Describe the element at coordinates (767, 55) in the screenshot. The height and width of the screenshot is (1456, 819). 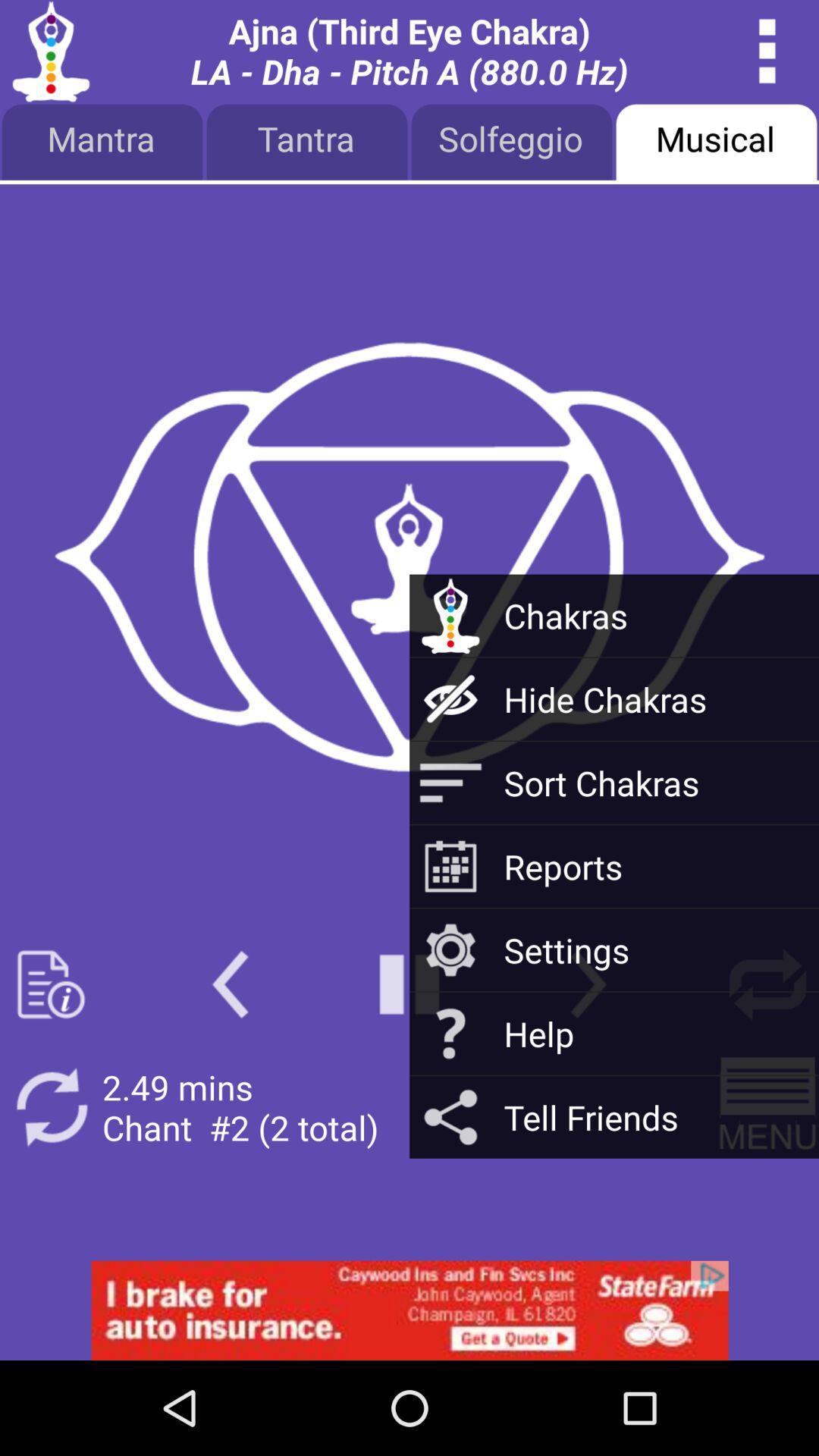
I see `the more icon` at that location.